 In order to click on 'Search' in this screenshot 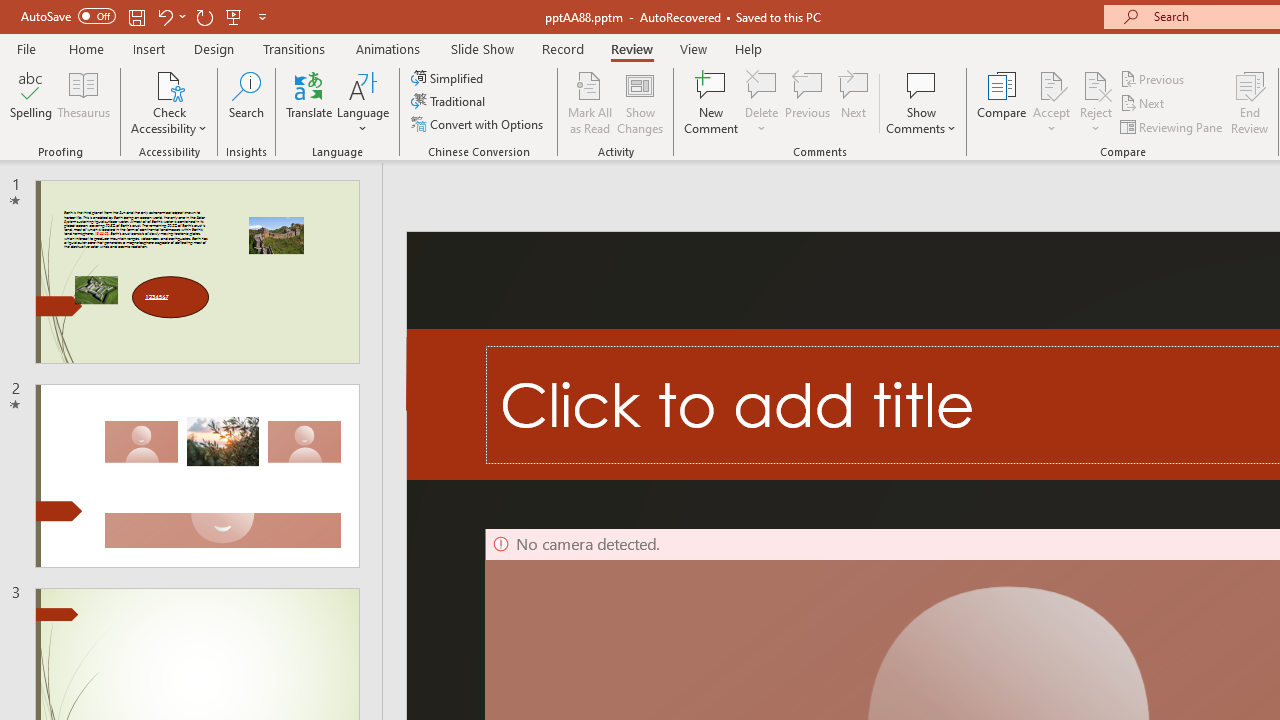, I will do `click(246, 103)`.